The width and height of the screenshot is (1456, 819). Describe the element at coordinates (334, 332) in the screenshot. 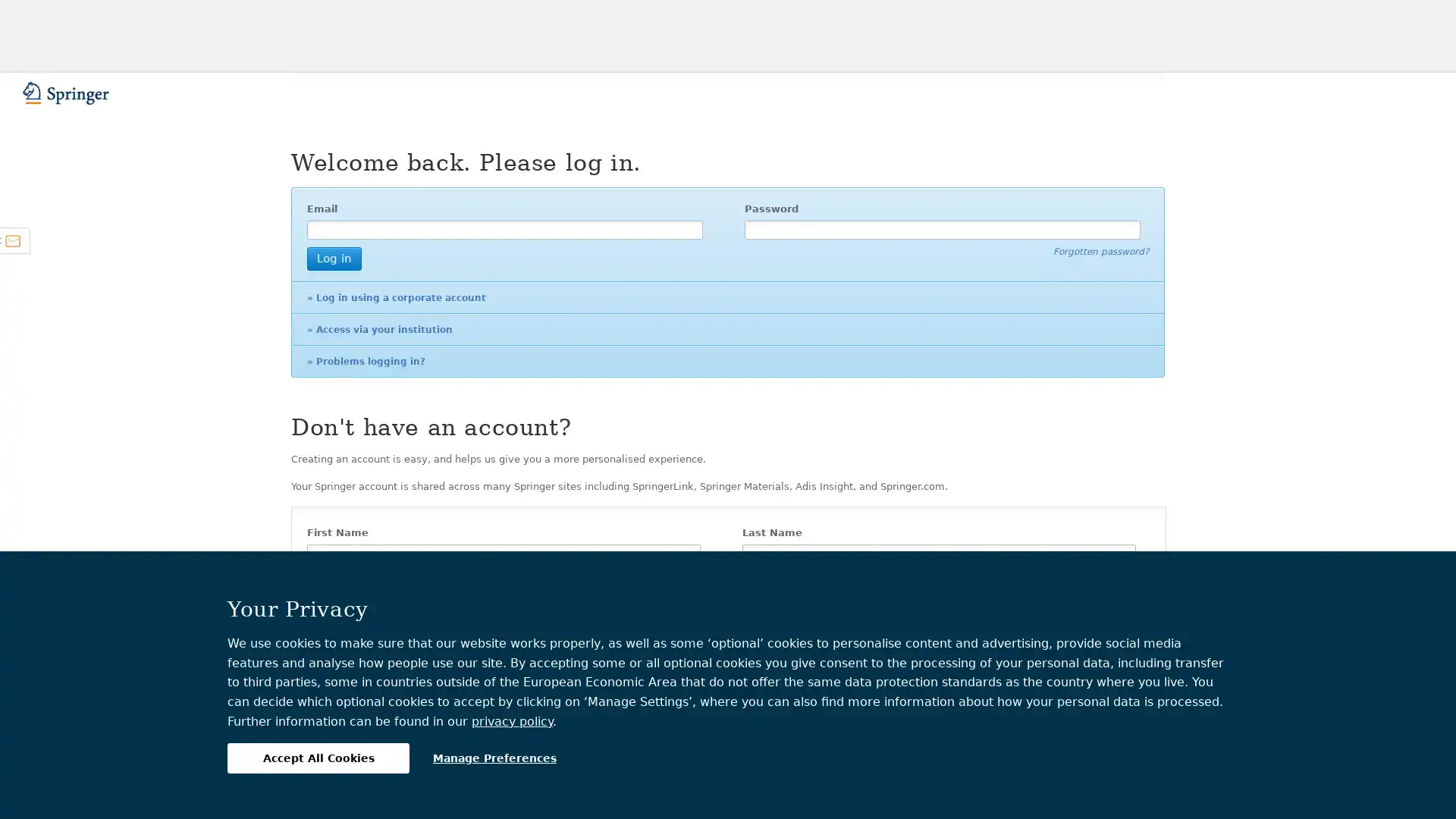

I see `Log in` at that location.